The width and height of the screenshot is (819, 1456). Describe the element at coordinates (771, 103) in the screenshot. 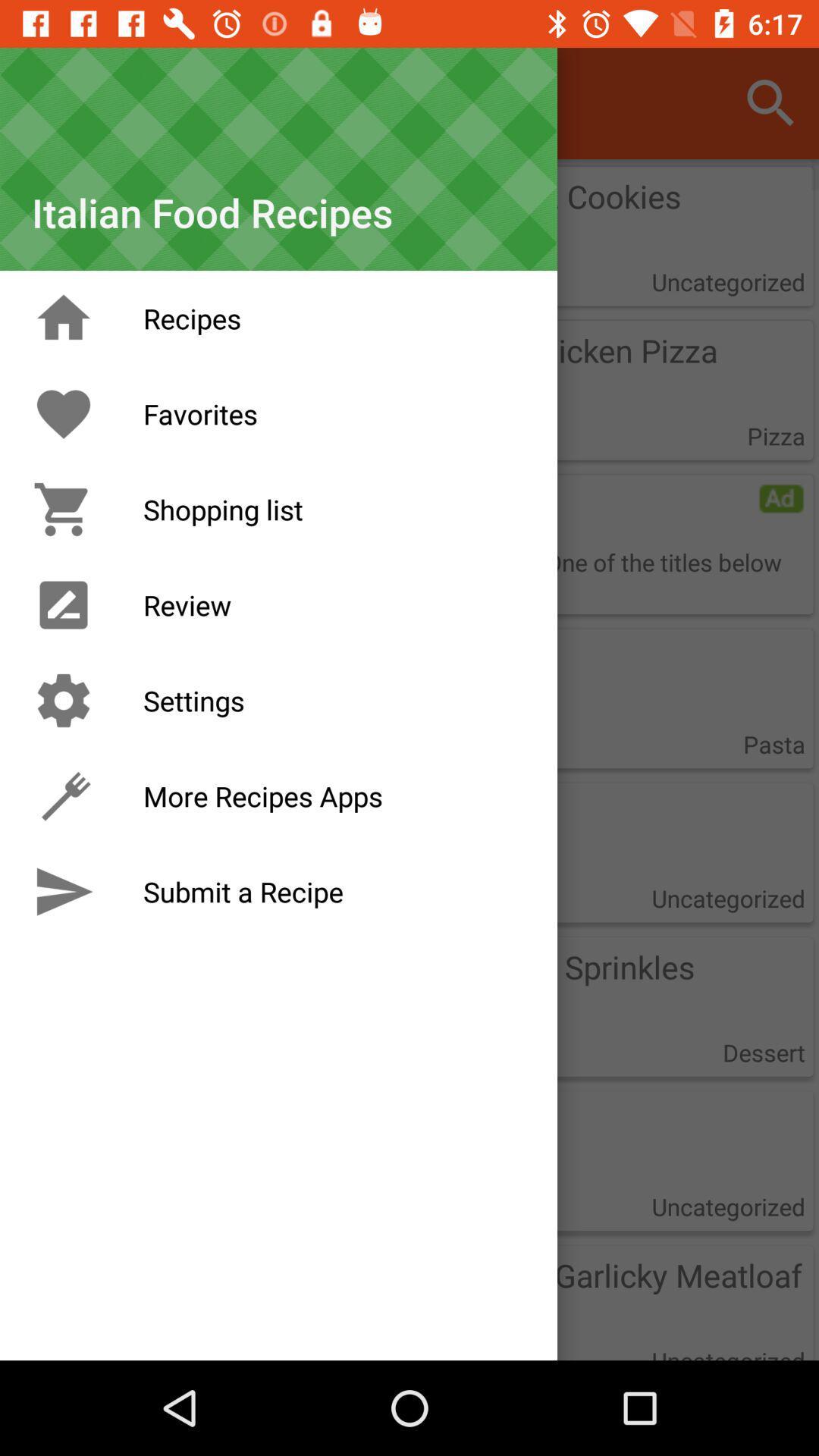

I see `search symbol` at that location.